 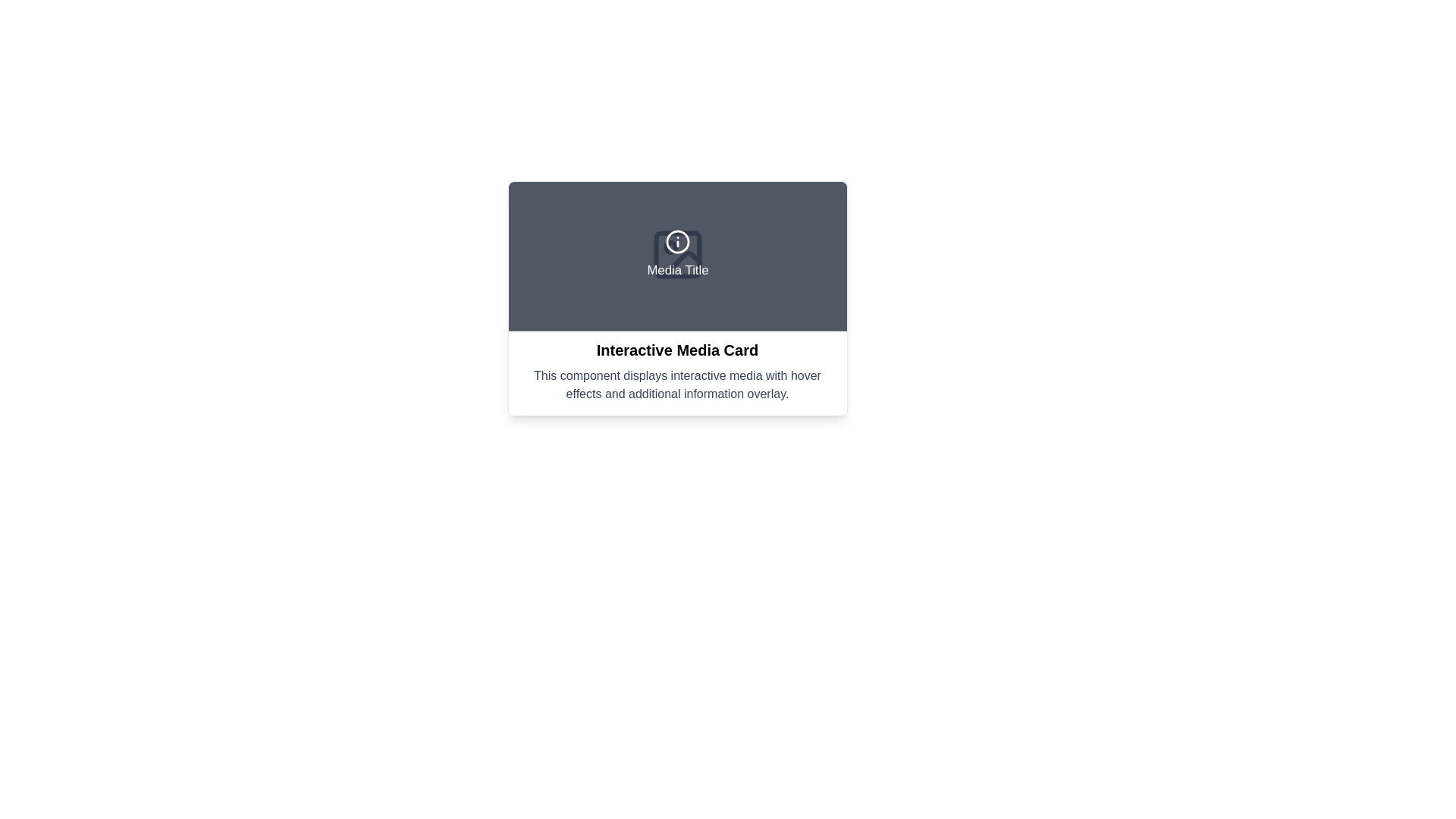 What do you see at coordinates (676, 350) in the screenshot?
I see `bold, large-sized title text 'Interactive Media Card' located at the top of the information section` at bounding box center [676, 350].